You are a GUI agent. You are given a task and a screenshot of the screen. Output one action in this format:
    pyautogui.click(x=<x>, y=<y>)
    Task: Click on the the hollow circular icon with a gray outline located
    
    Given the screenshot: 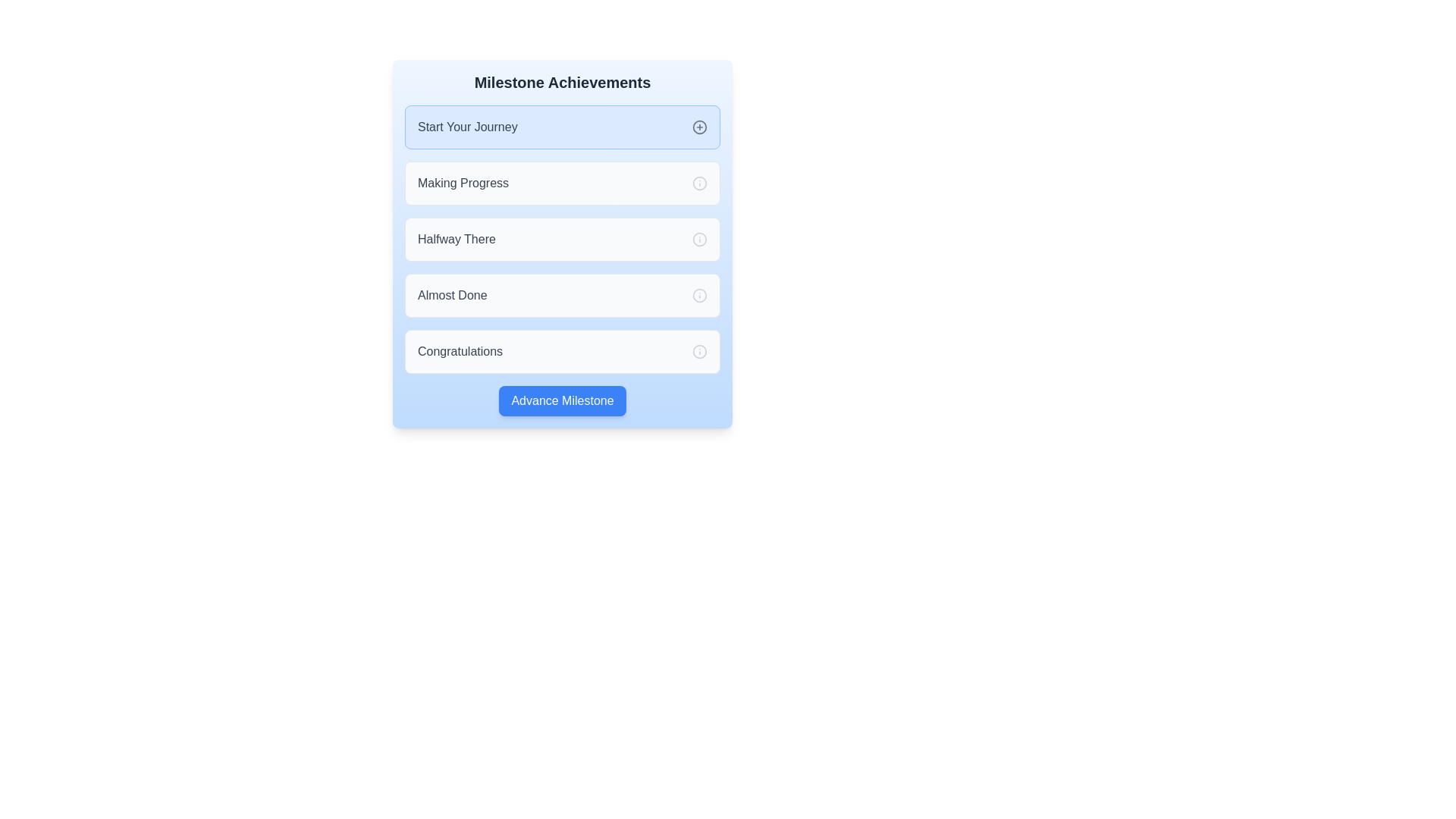 What is the action you would take?
    pyautogui.click(x=698, y=239)
    